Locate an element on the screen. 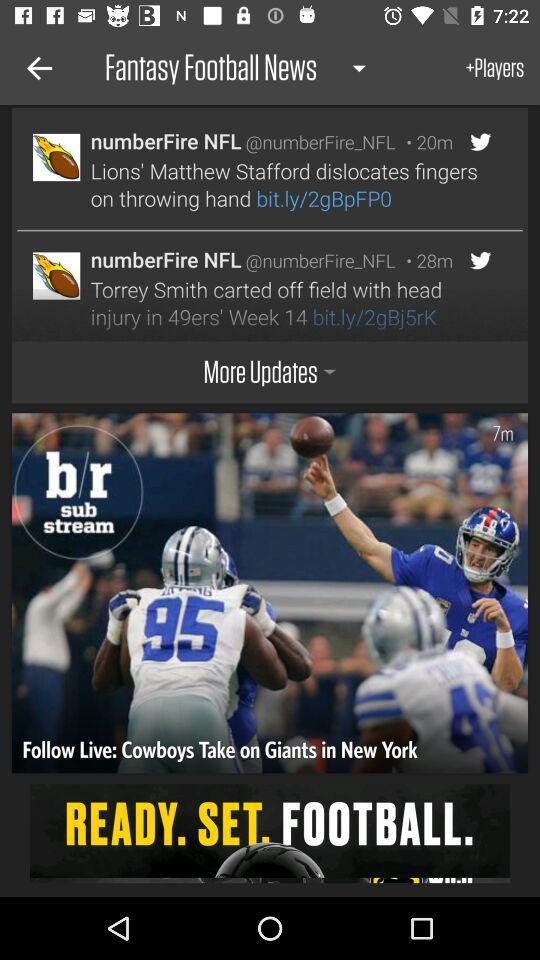  more updates is located at coordinates (270, 371).